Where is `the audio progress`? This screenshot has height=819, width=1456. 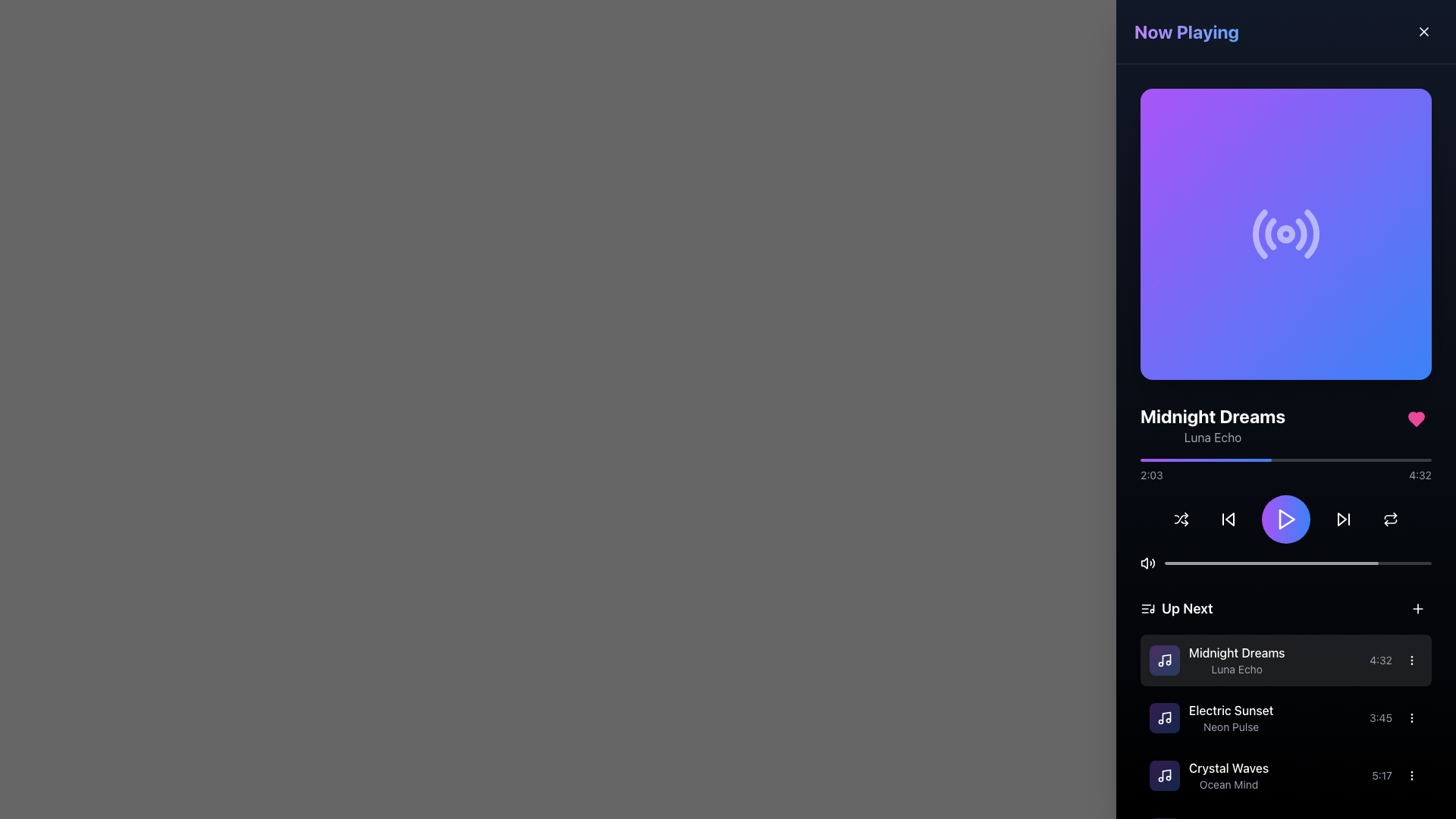 the audio progress is located at coordinates (1210, 459).